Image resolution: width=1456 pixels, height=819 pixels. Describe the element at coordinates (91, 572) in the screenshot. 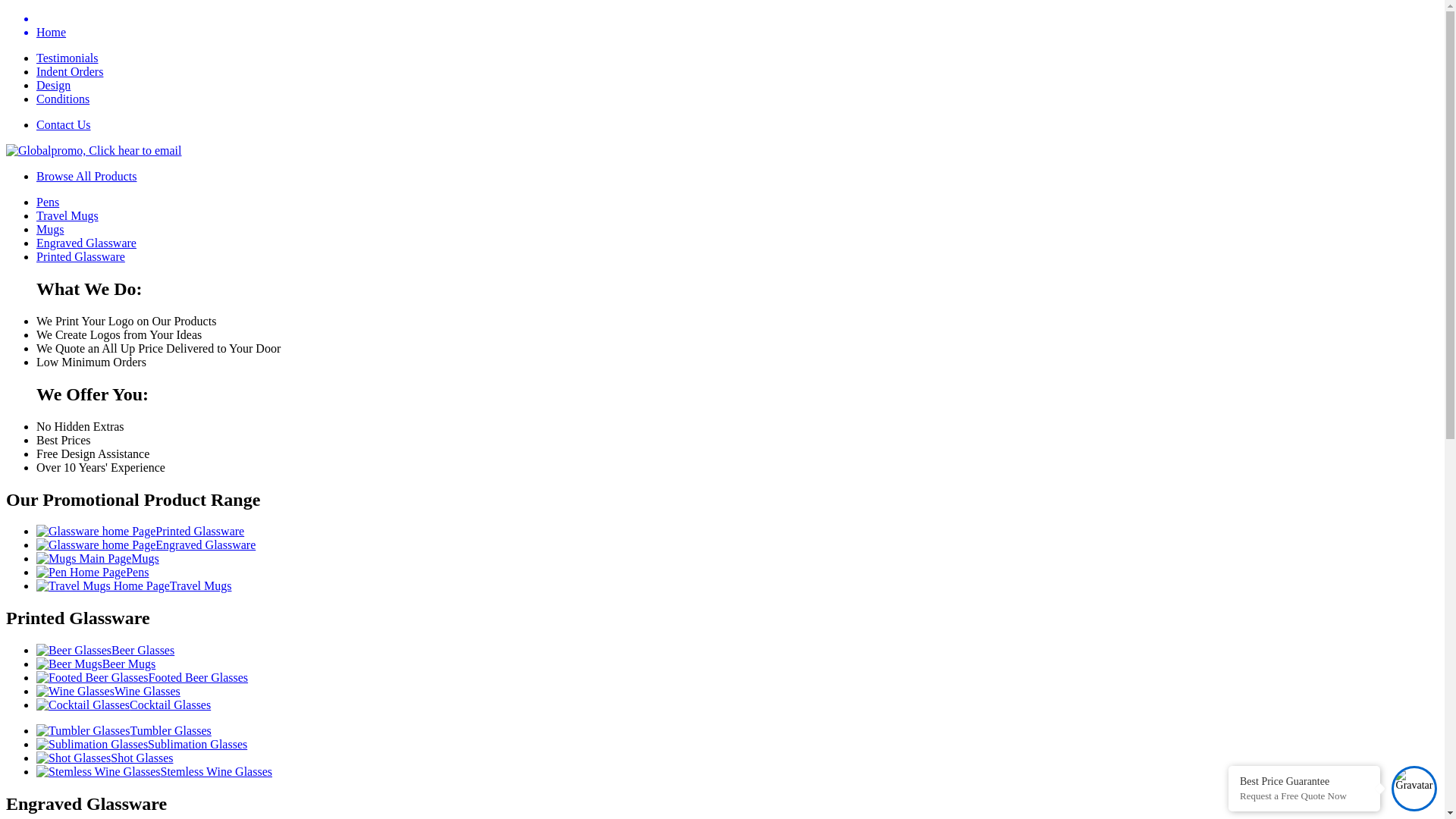

I see `'Pens'` at that location.